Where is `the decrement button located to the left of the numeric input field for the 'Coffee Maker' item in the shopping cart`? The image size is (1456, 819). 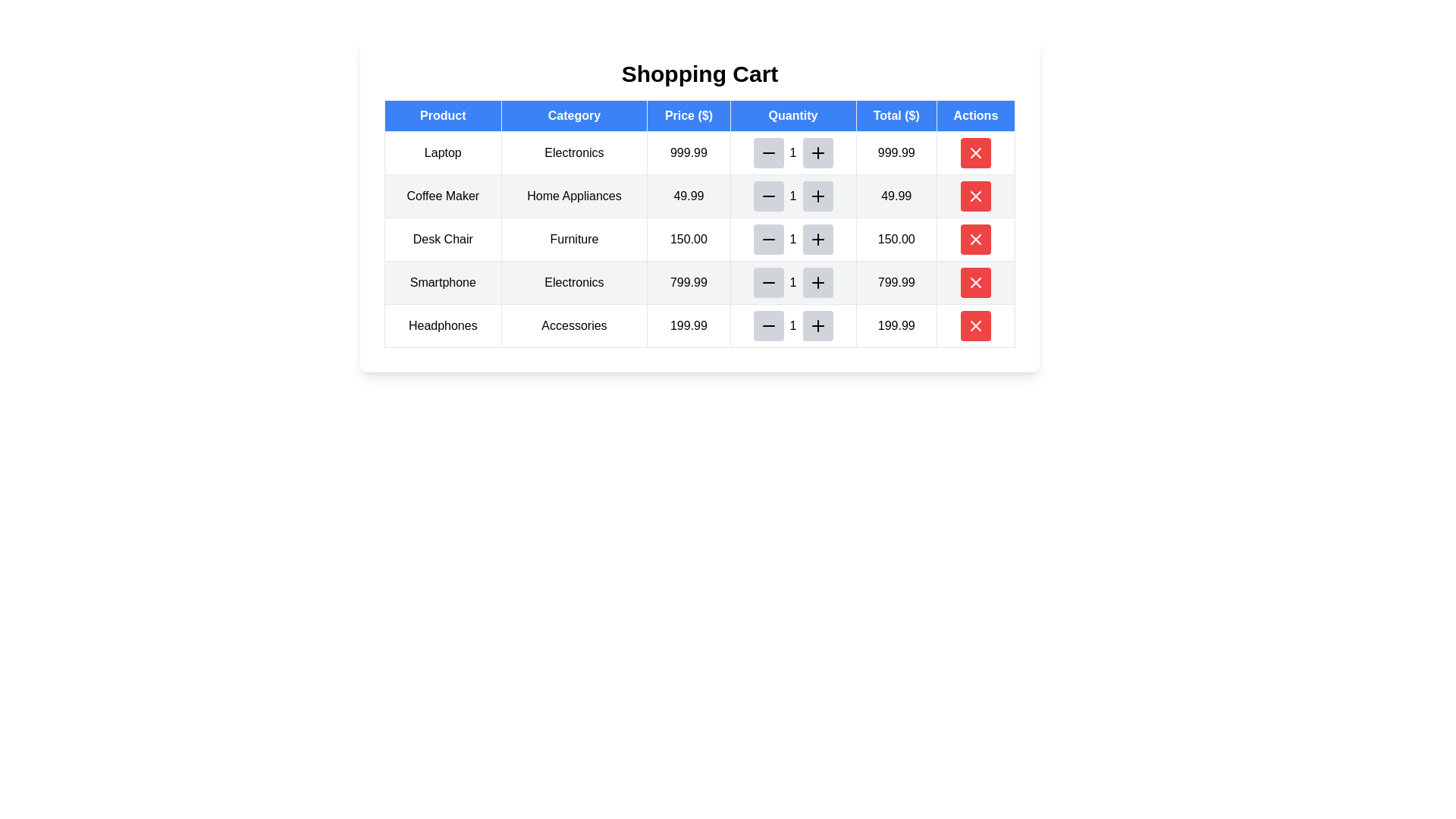 the decrement button located to the left of the numeric input field for the 'Coffee Maker' item in the shopping cart is located at coordinates (768, 195).